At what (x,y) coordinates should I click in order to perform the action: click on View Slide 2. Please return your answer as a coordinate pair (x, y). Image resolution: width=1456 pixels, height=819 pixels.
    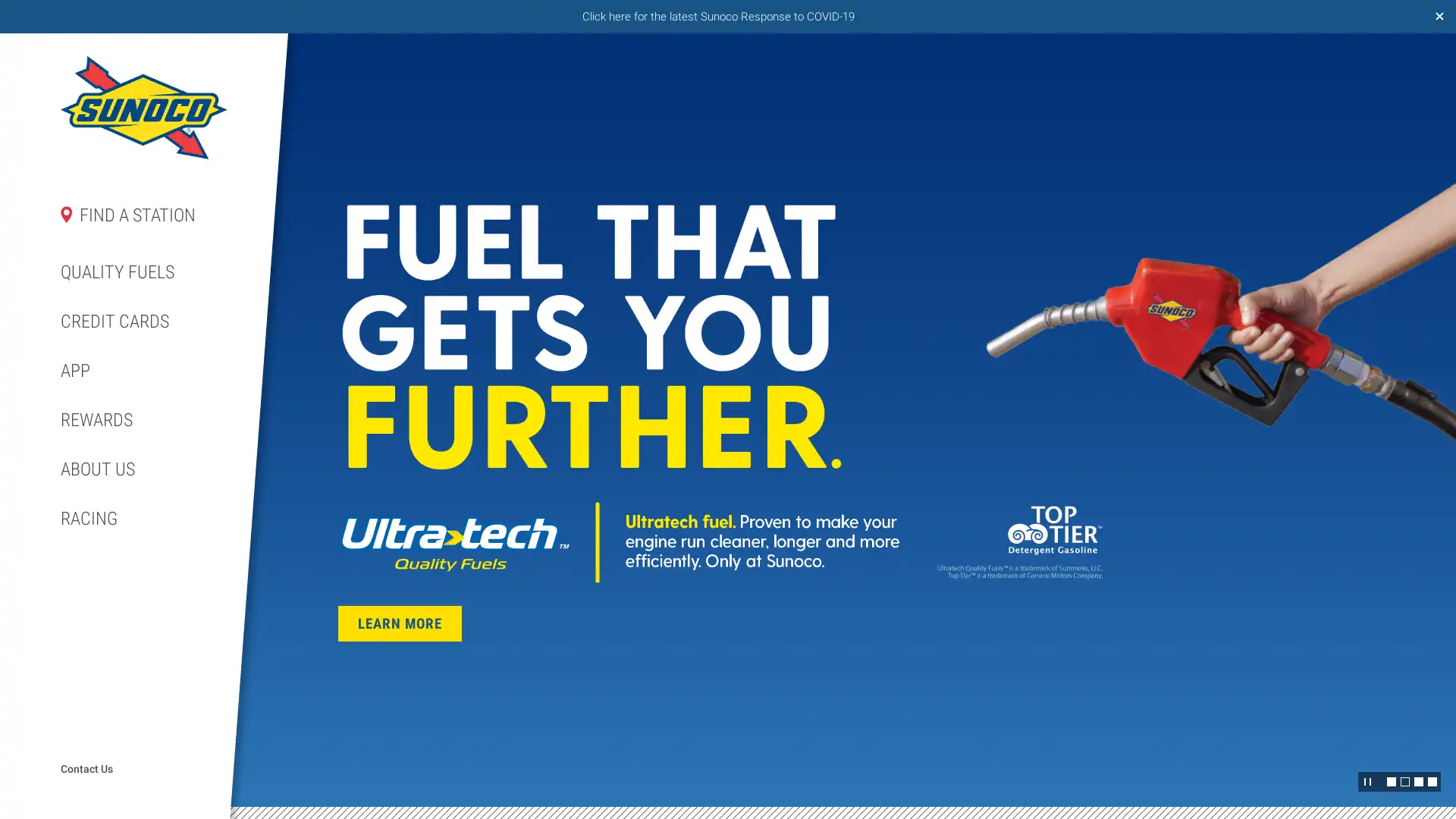
    Looking at the image, I should click on (1404, 781).